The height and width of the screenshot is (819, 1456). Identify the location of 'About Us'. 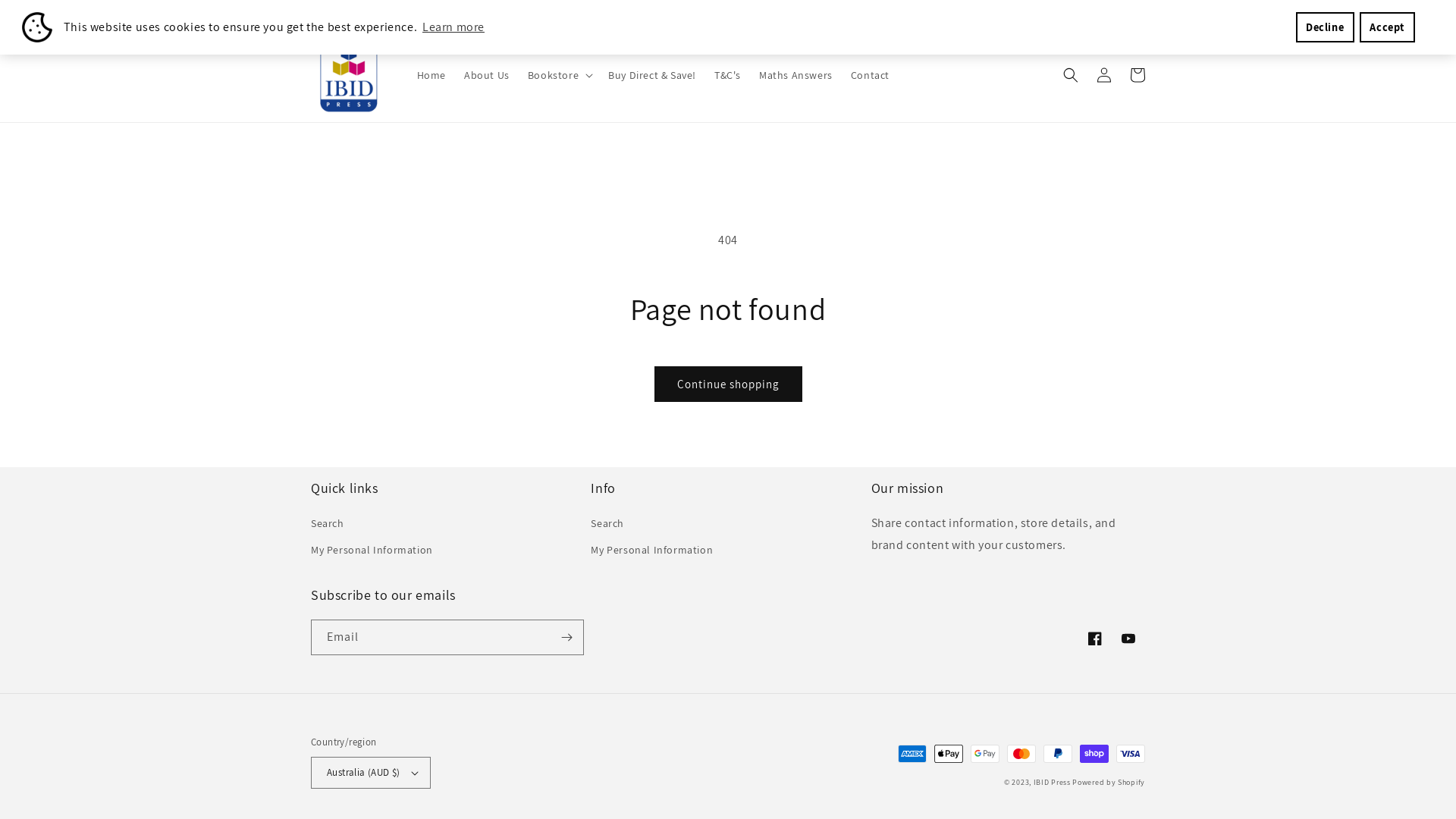
(487, 75).